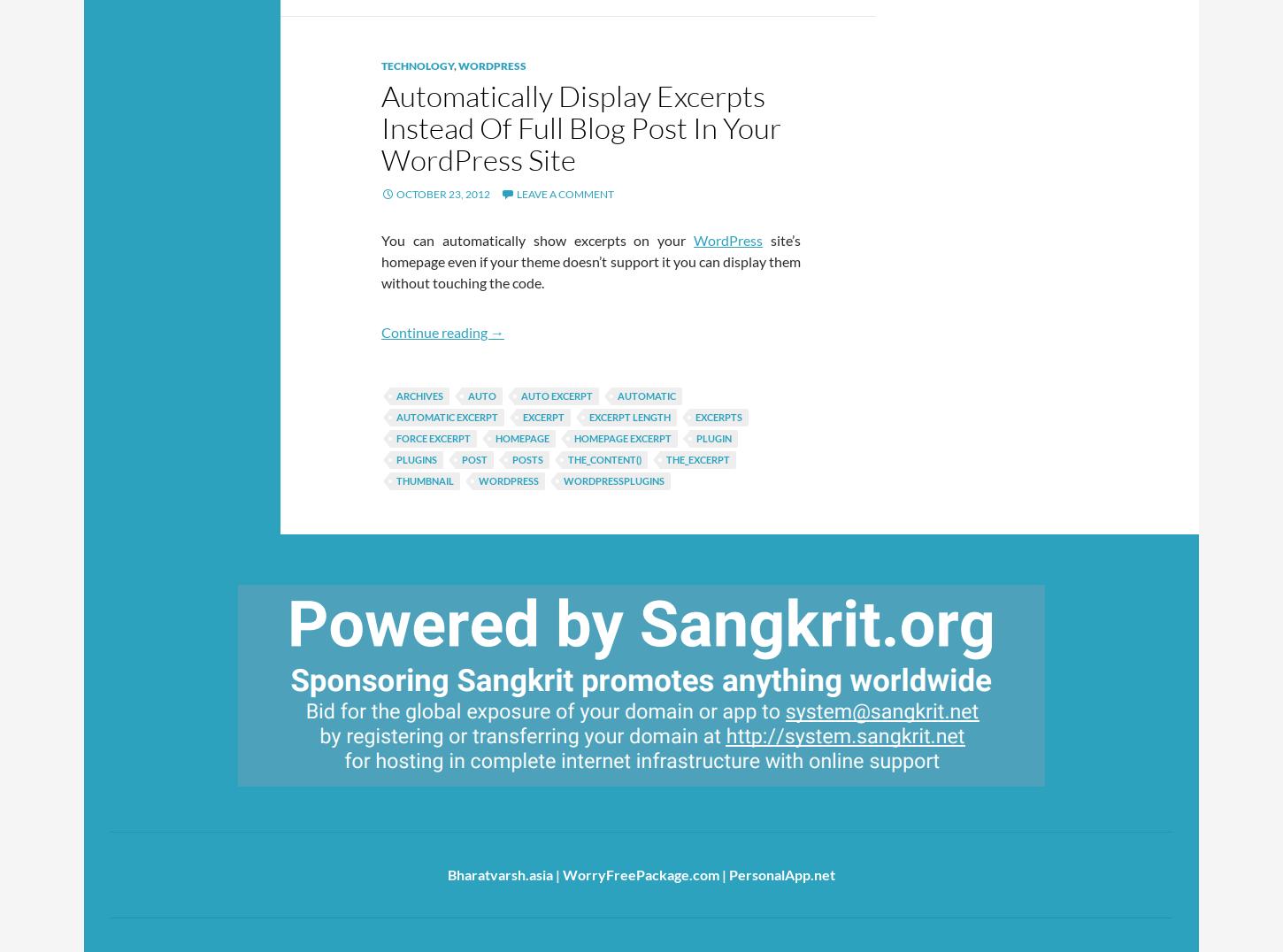 The image size is (1283, 952). I want to click on 'Leave a comment', so click(565, 193).